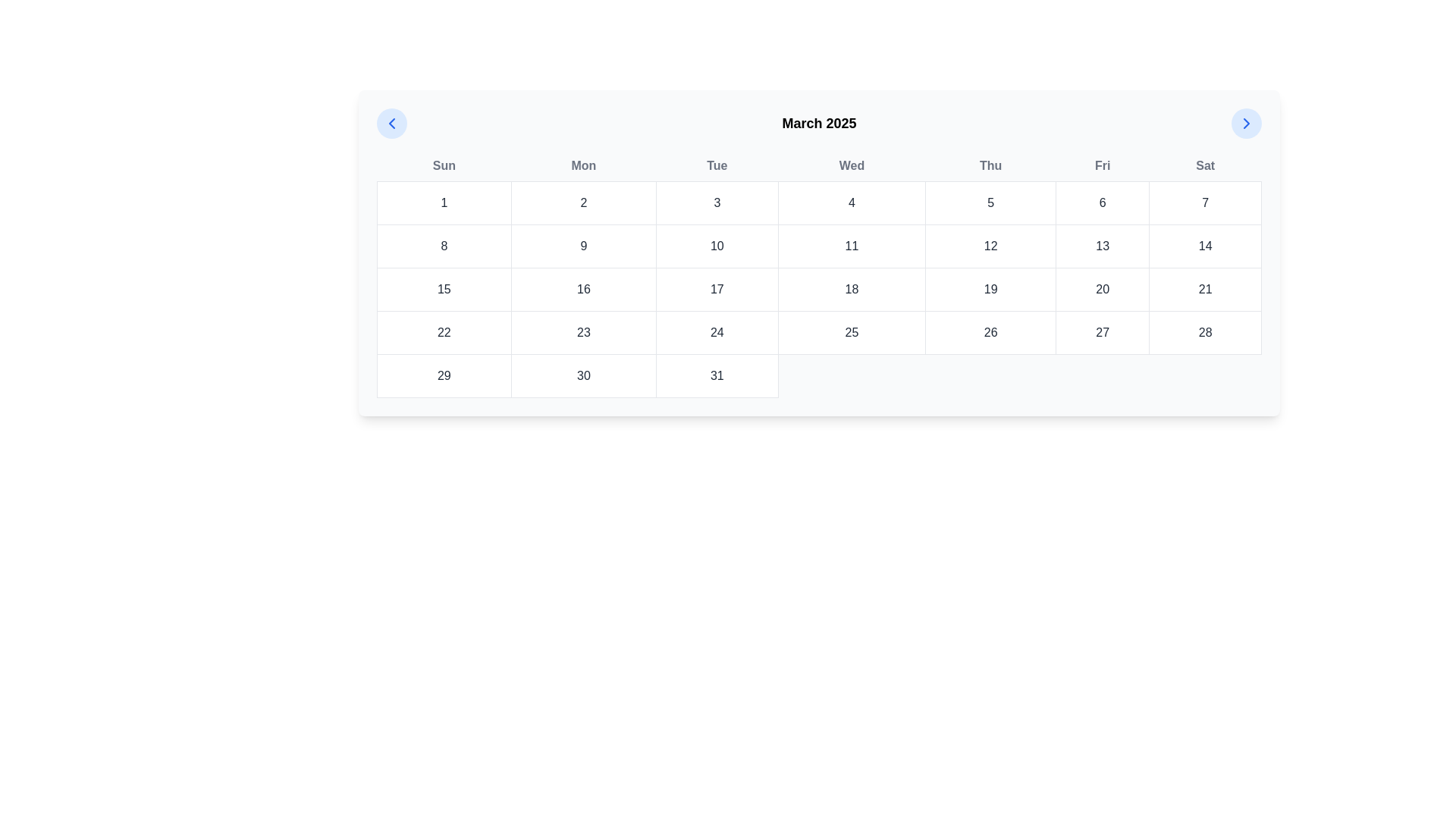  Describe the element at coordinates (852, 245) in the screenshot. I see `the selectable day button representing the 11th of the month in the calendar interface` at that location.